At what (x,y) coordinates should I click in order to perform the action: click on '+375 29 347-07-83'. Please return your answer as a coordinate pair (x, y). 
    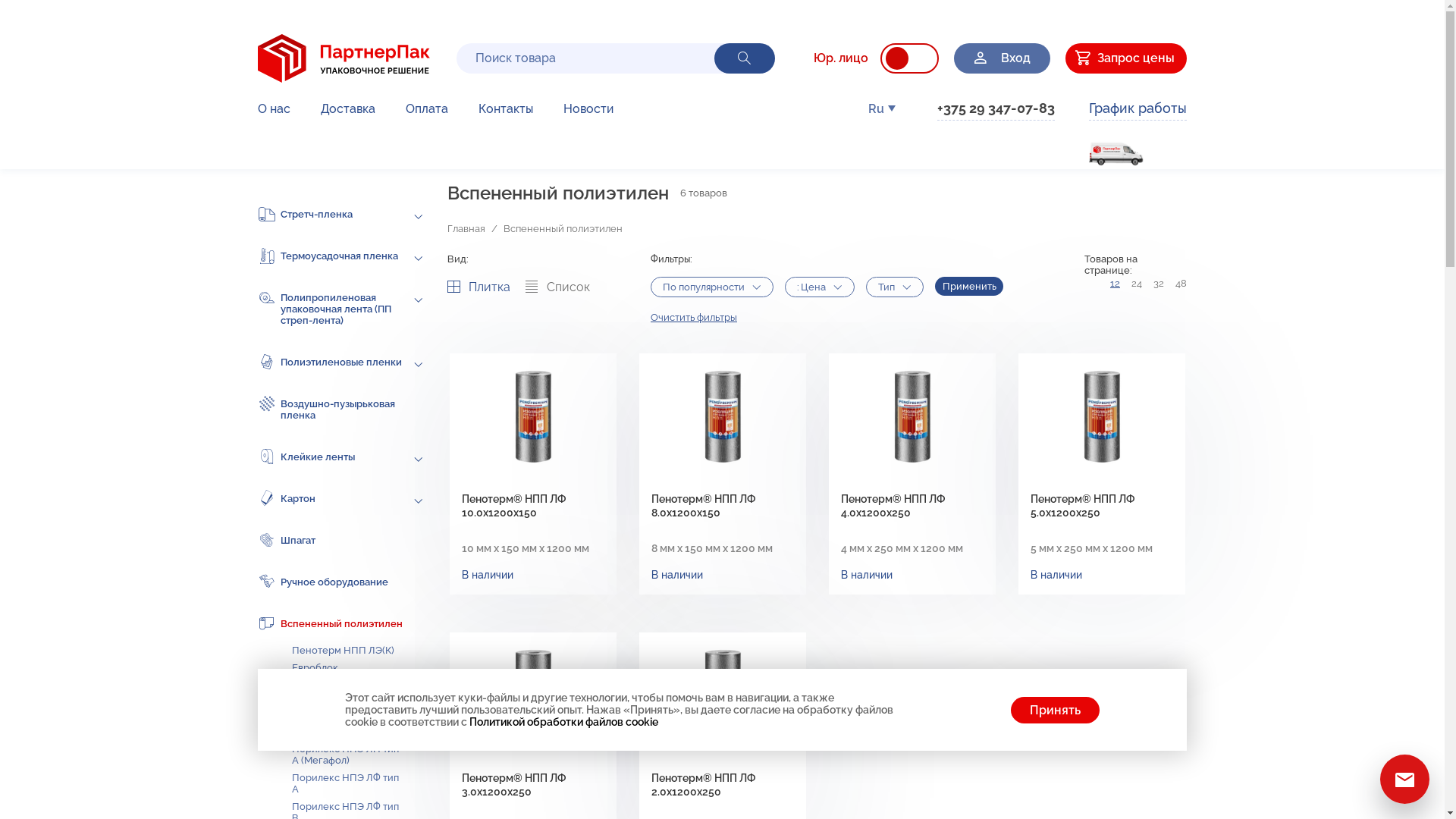
    Looking at the image, I should click on (996, 109).